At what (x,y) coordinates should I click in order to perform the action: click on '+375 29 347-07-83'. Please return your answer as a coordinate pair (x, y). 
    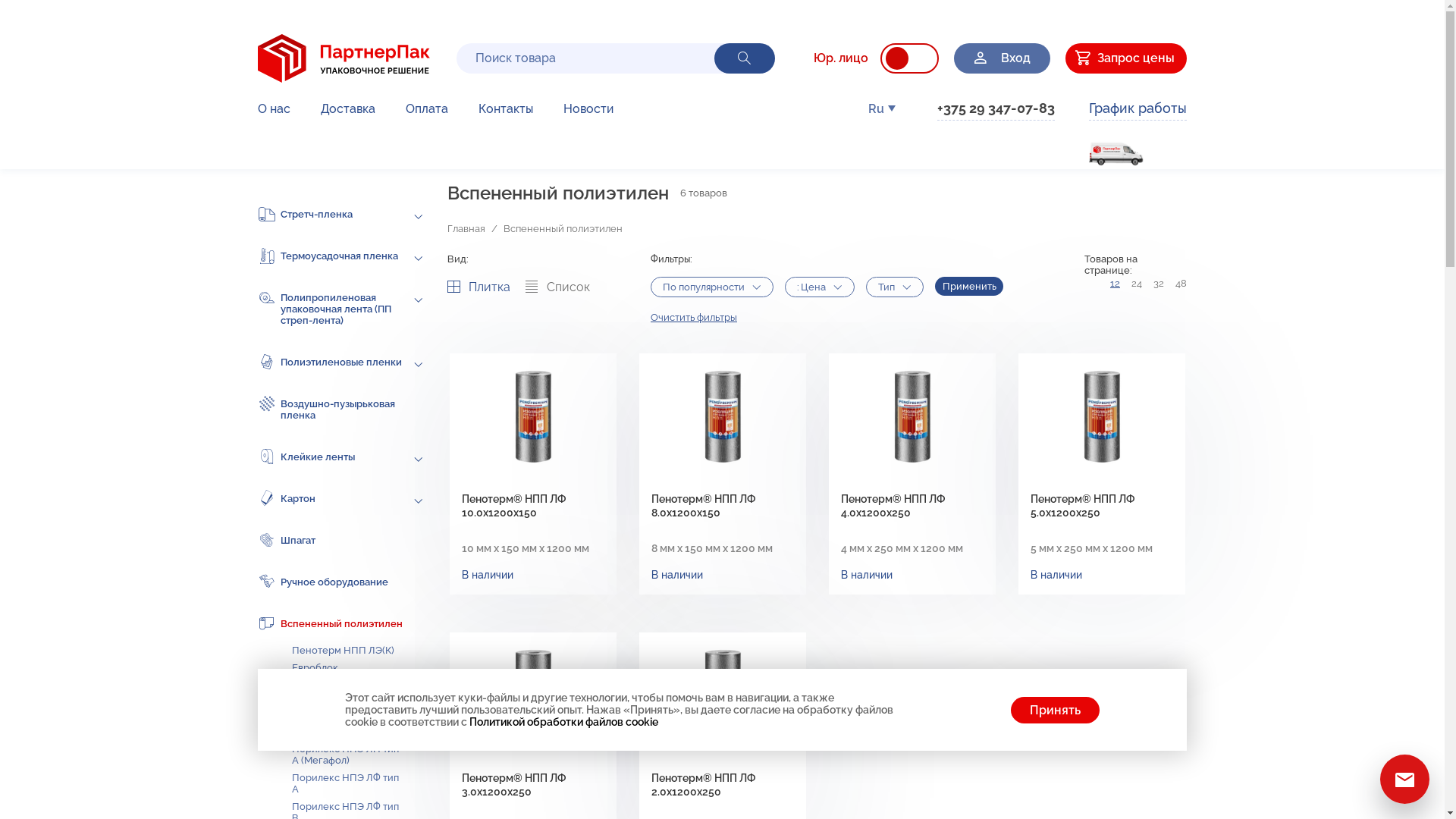
    Looking at the image, I should click on (996, 109).